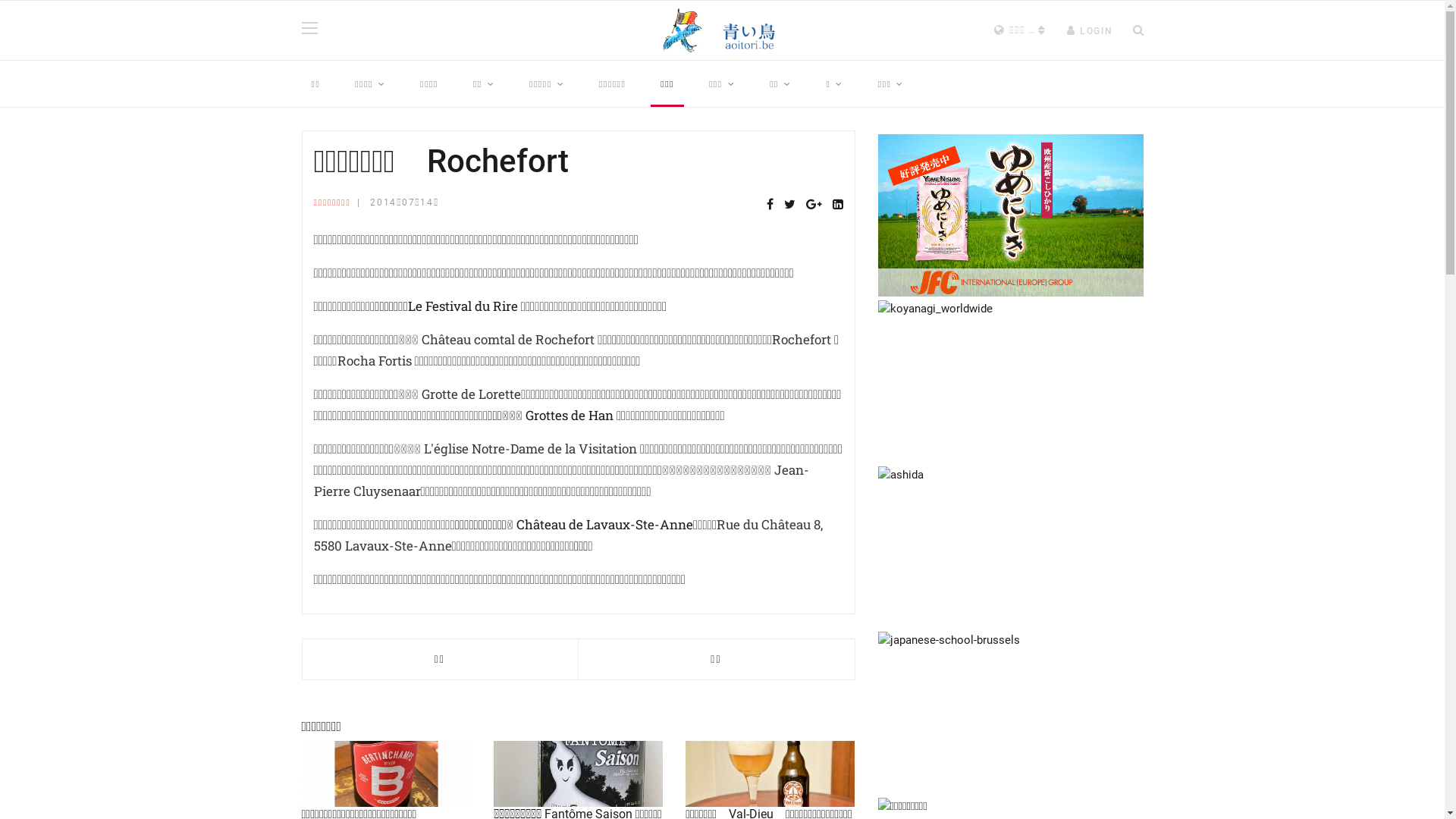 The width and height of the screenshot is (1456, 819). What do you see at coordinates (1011, 713) in the screenshot?
I see `'Japanese School Brussels'` at bounding box center [1011, 713].